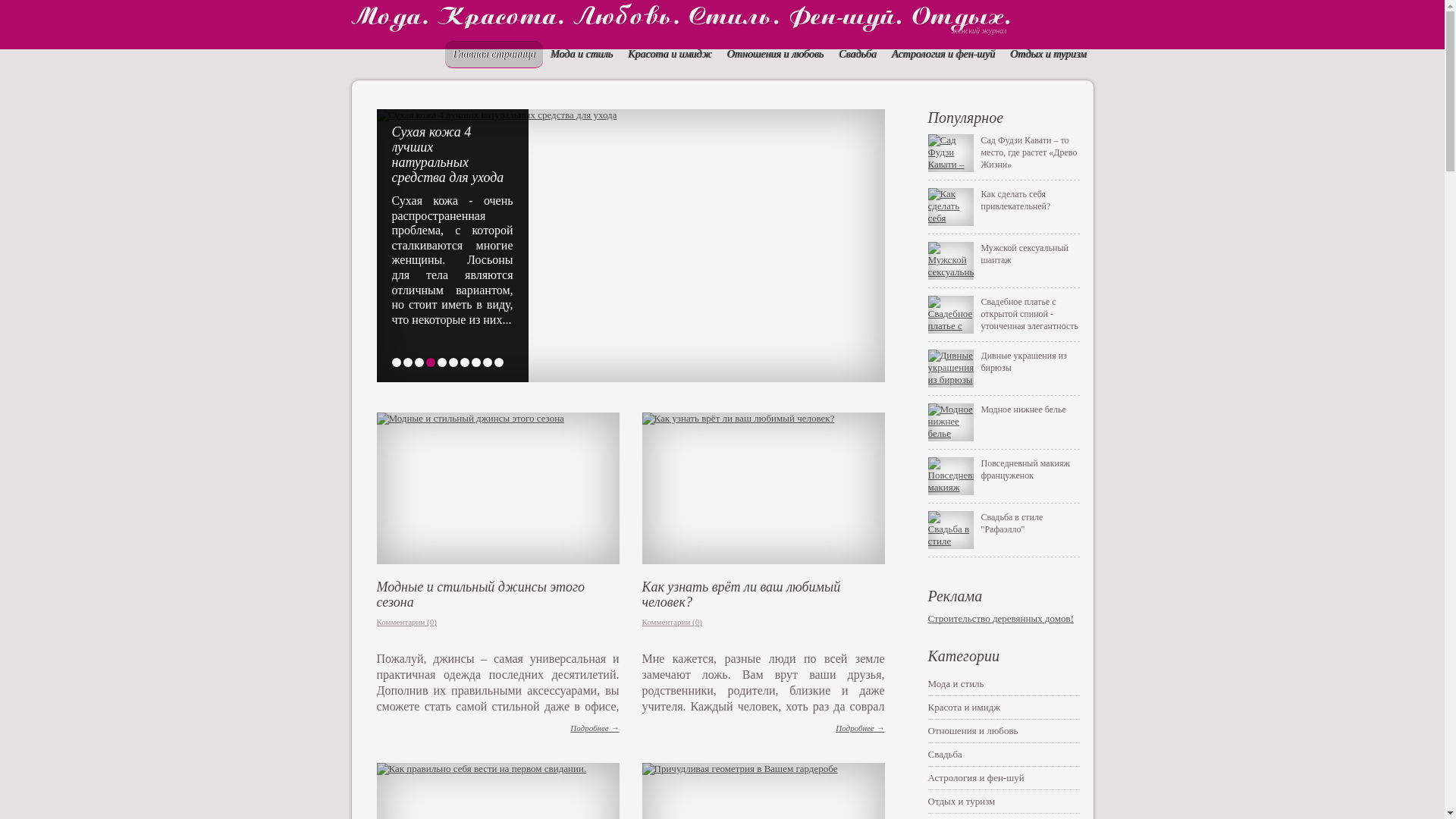 This screenshot has height=819, width=1456. Describe the element at coordinates (407, 362) in the screenshot. I see `'2'` at that location.